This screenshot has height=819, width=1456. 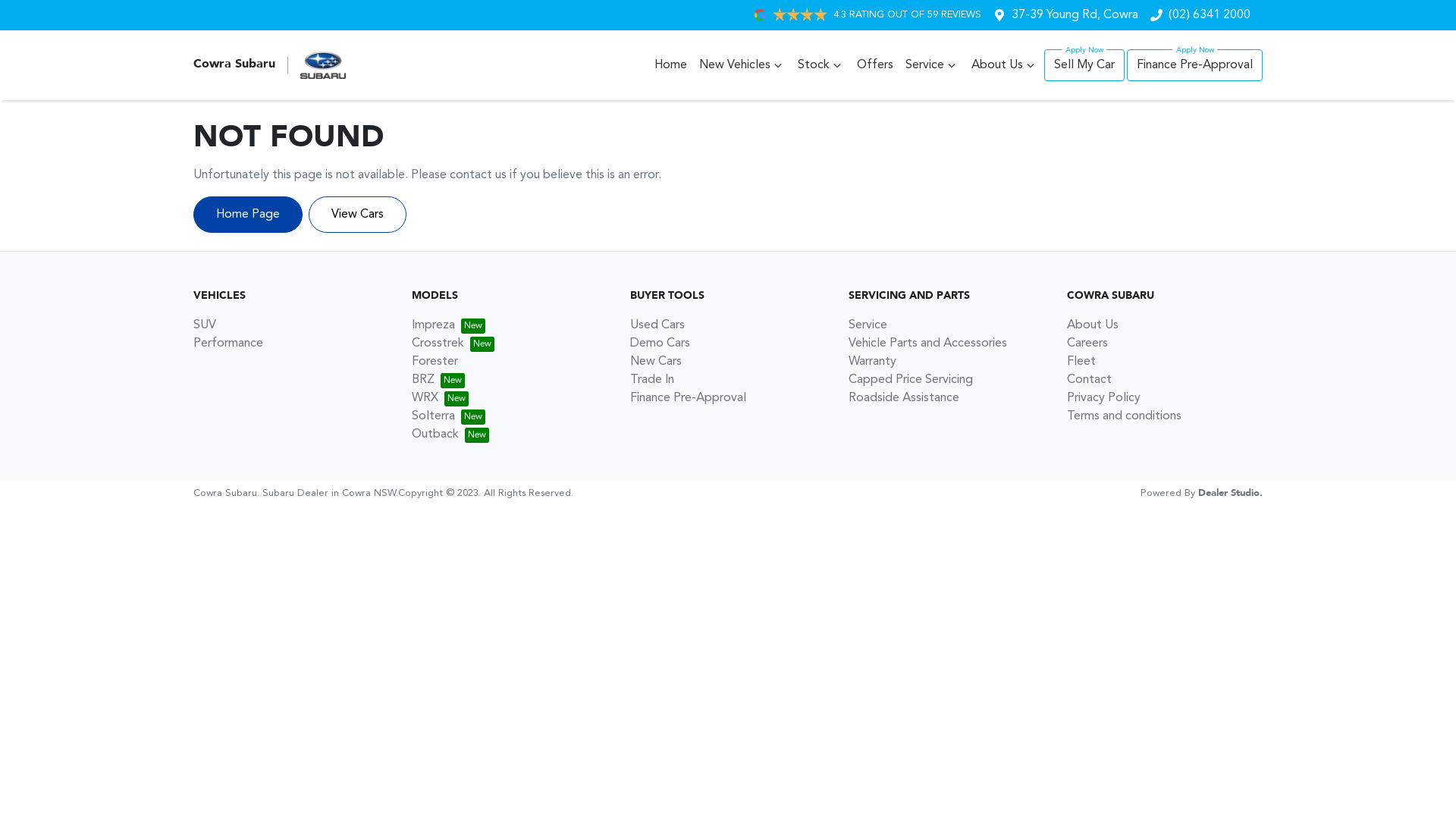 I want to click on 'BRZ', so click(x=437, y=379).